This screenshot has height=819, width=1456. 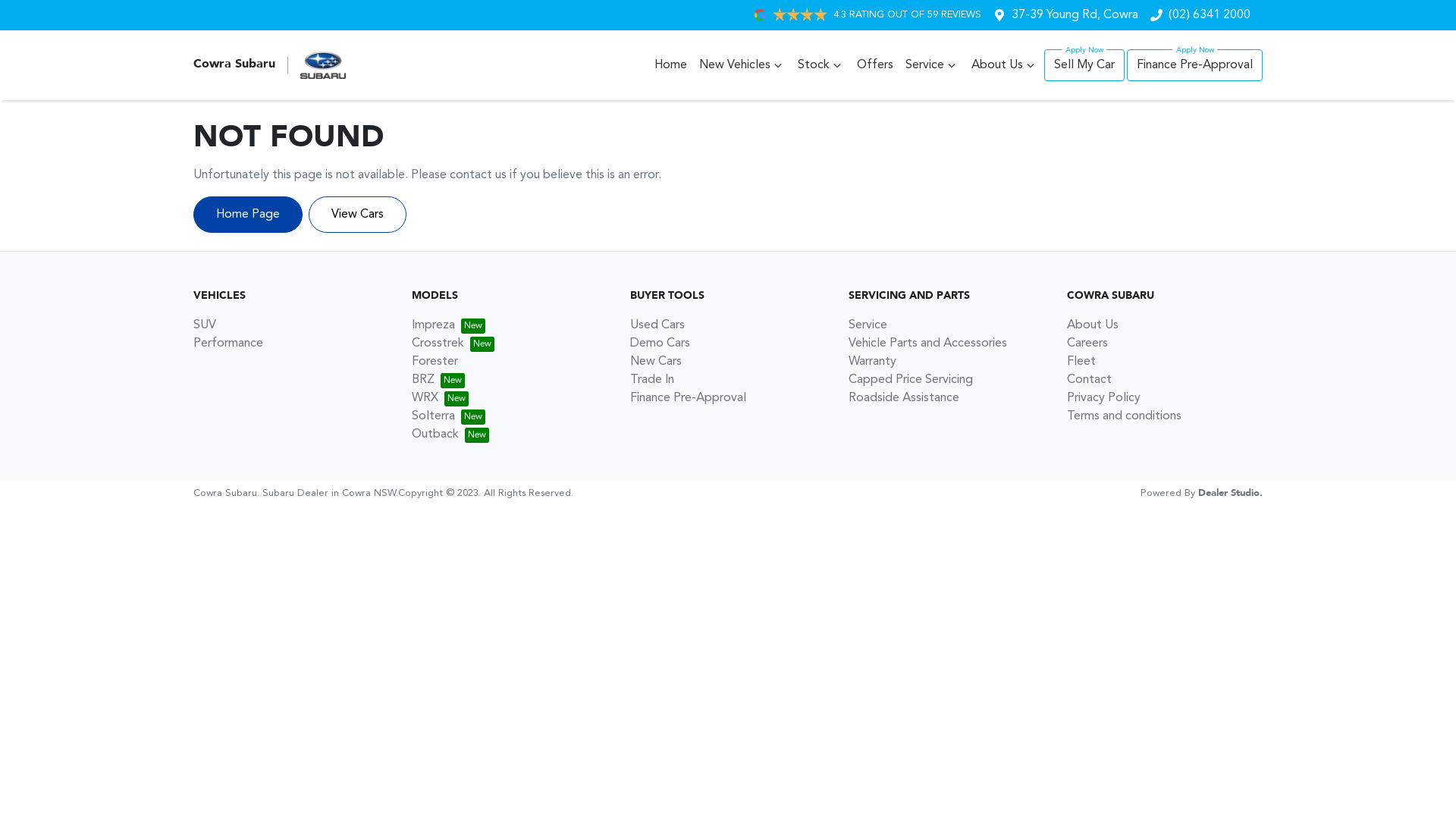 I want to click on 'BRZ', so click(x=437, y=379).